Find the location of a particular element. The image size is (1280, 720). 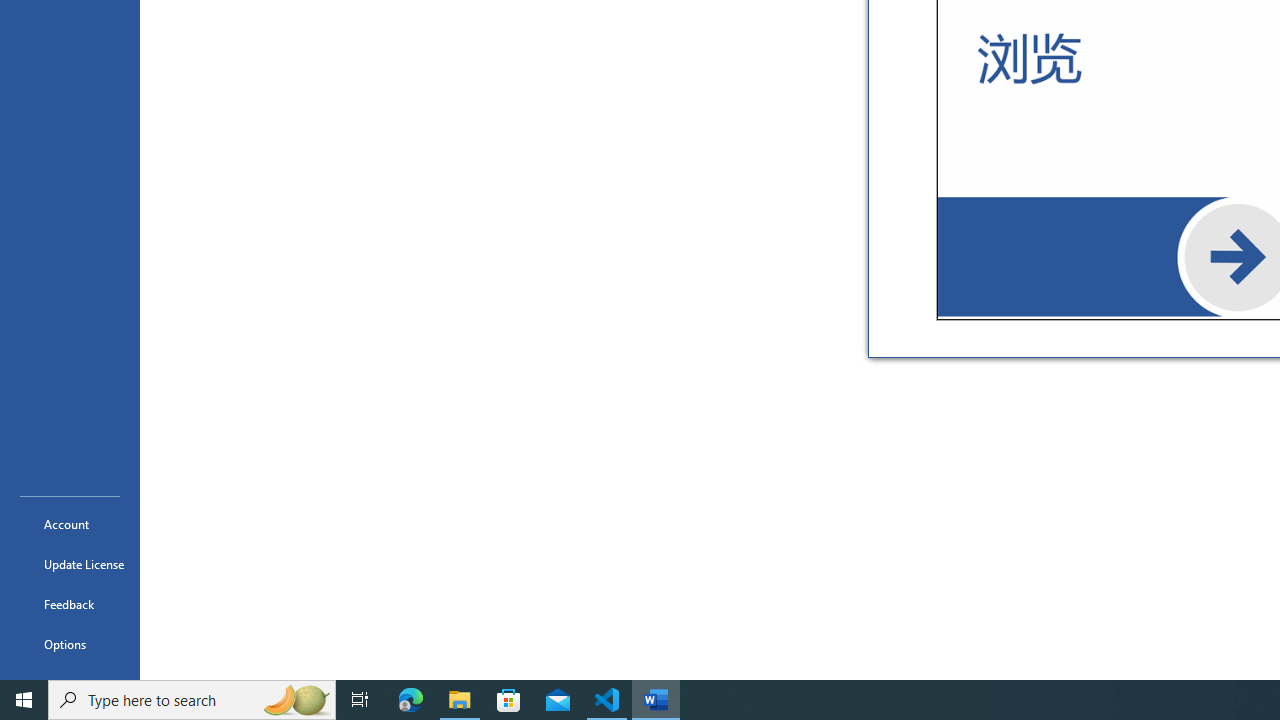

'Update License' is located at coordinates (69, 564).